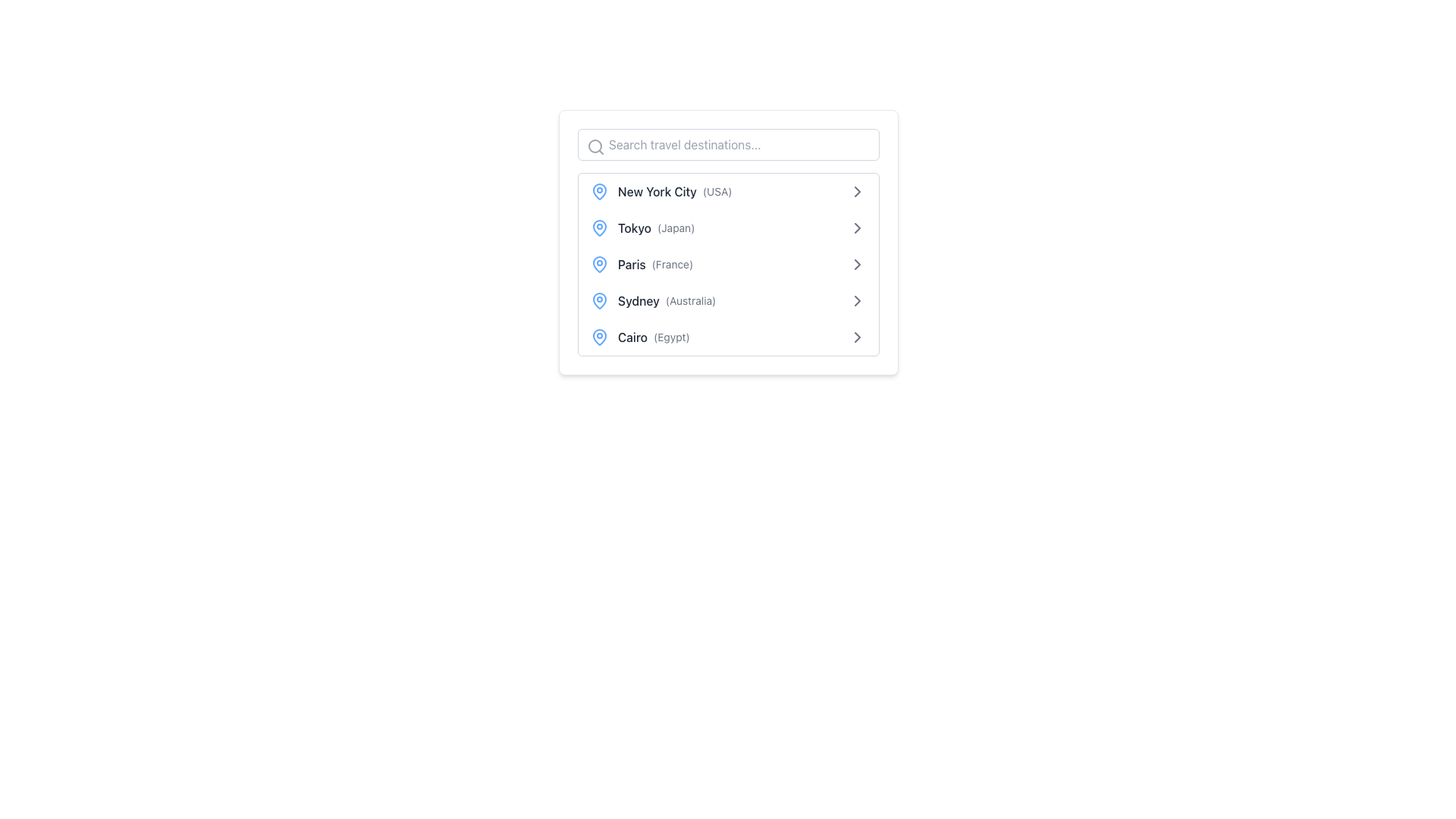  Describe the element at coordinates (595, 146) in the screenshot. I see `the hollow circular shape within the search icon located at the top left corner of the search bar area` at that location.